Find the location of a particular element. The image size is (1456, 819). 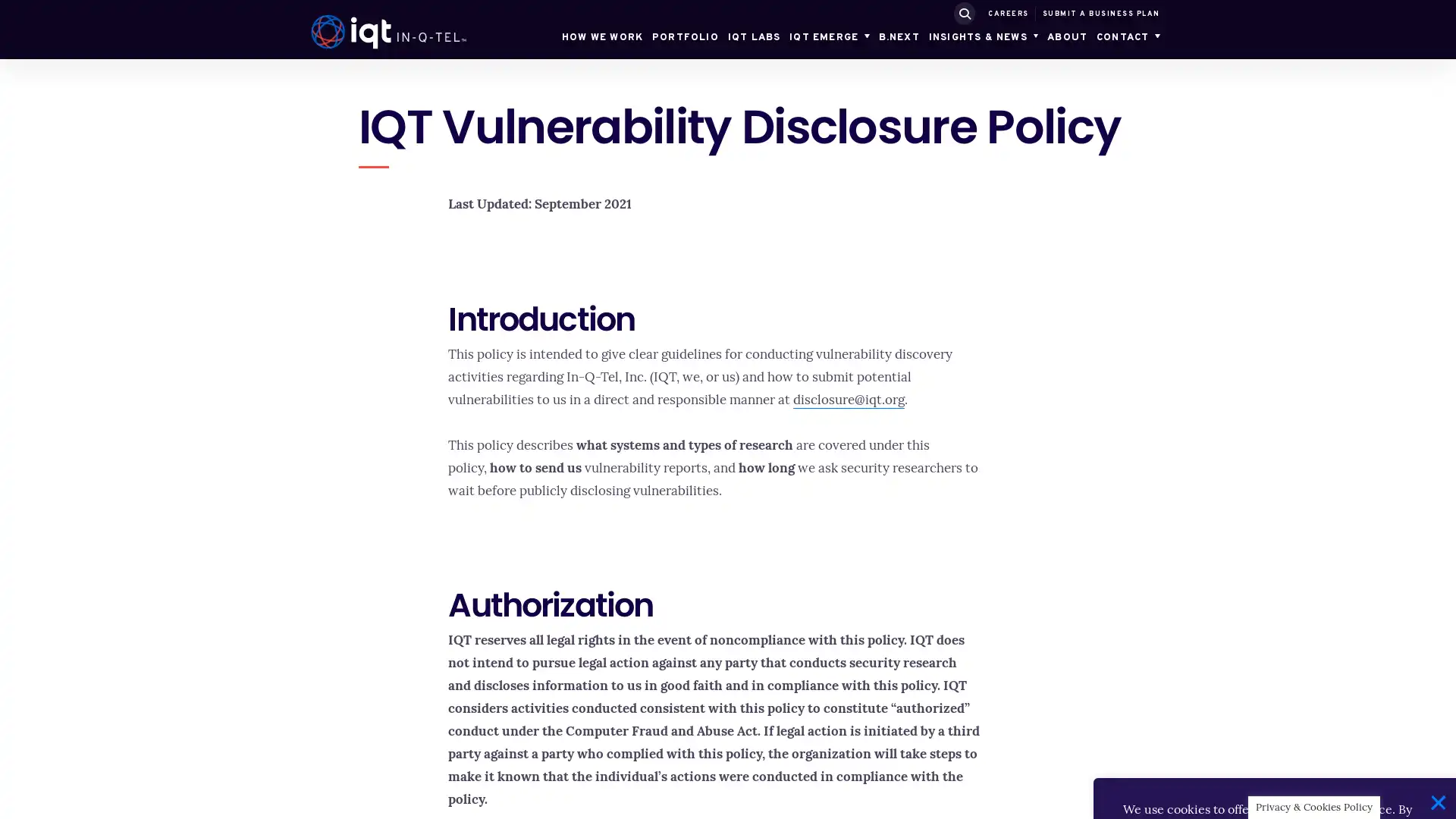

SUBMIT is located at coordinates (963, 13).